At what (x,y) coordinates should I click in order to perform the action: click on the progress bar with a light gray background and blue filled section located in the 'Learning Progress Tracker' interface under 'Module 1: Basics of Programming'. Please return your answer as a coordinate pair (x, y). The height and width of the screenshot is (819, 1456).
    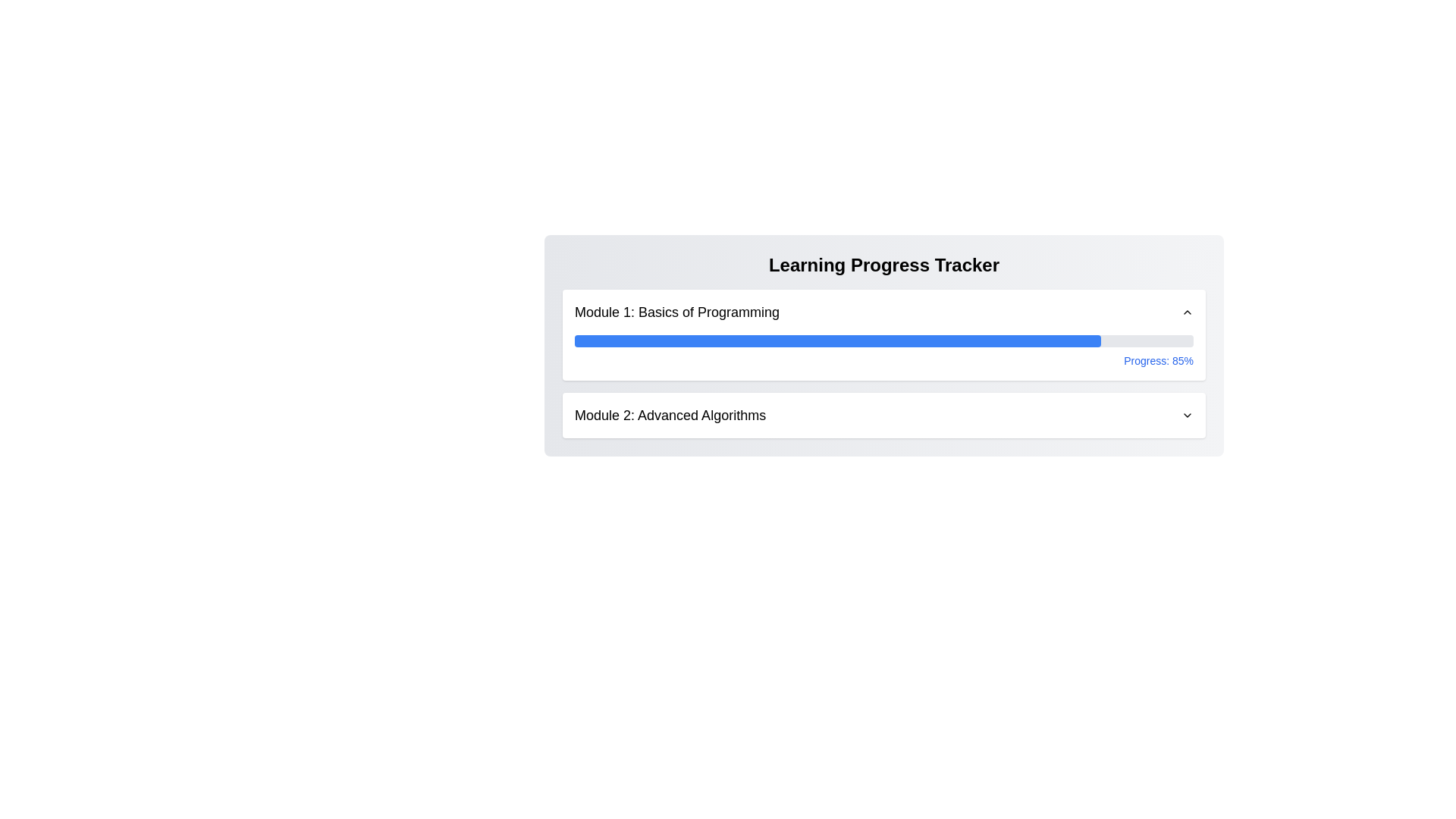
    Looking at the image, I should click on (884, 341).